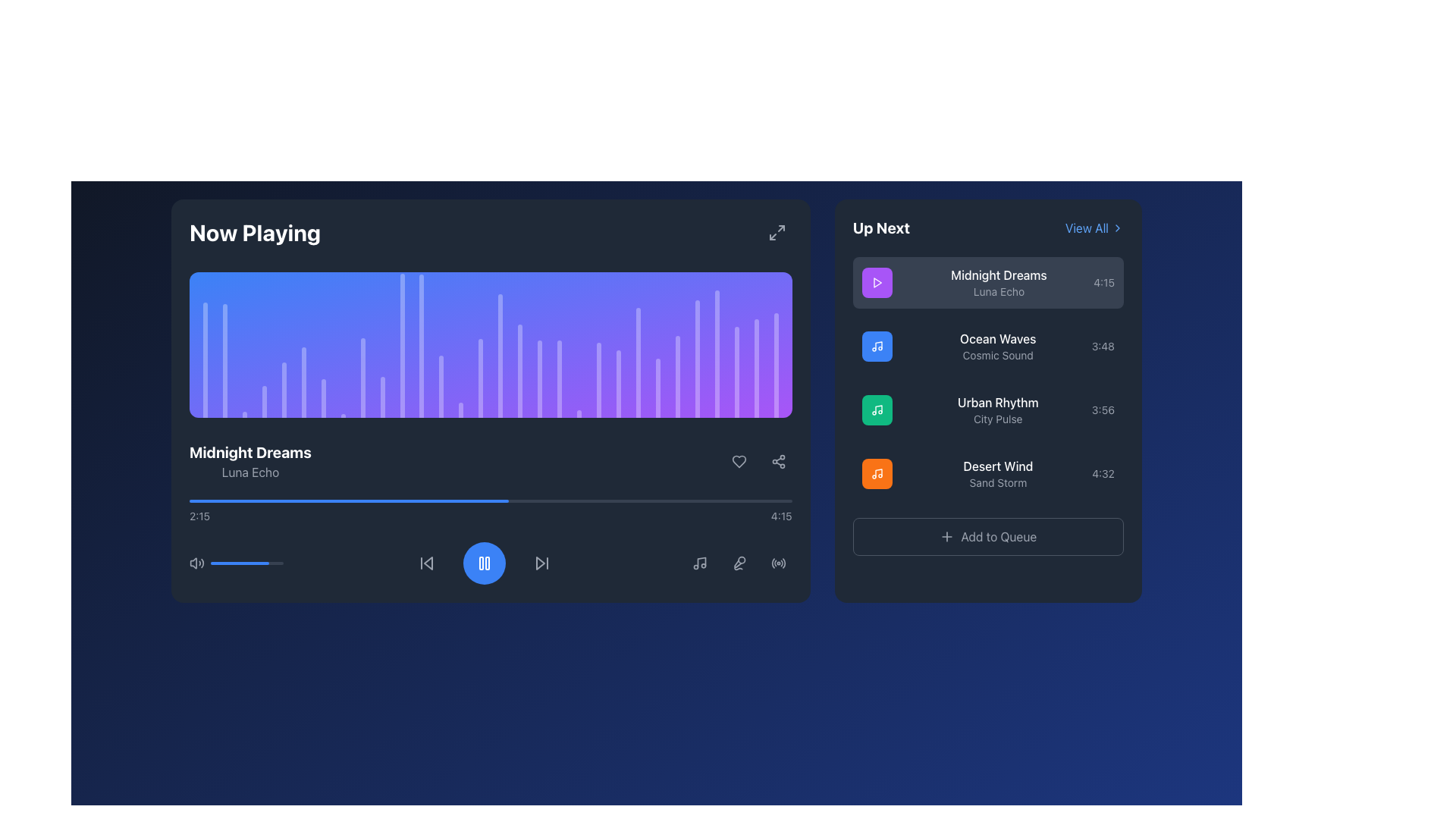  Describe the element at coordinates (998, 356) in the screenshot. I see `text label displaying 'Cosmic Sound' located below 'Ocean Waves' in the 'Up Next' section of the interface` at that location.